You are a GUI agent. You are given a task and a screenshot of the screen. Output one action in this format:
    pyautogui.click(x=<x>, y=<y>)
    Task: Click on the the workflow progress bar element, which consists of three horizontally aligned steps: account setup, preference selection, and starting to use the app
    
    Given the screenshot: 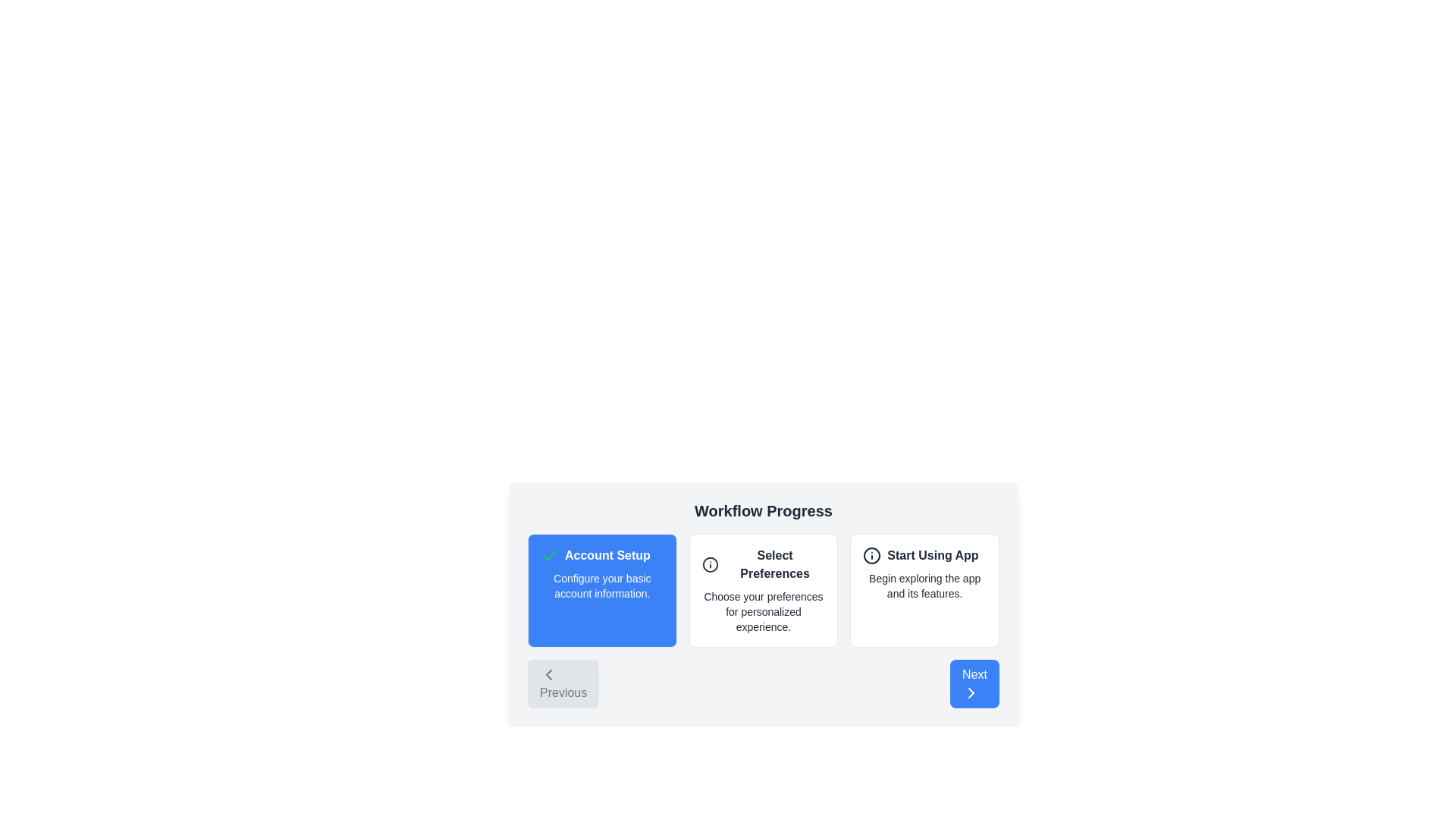 What is the action you would take?
    pyautogui.click(x=764, y=604)
    